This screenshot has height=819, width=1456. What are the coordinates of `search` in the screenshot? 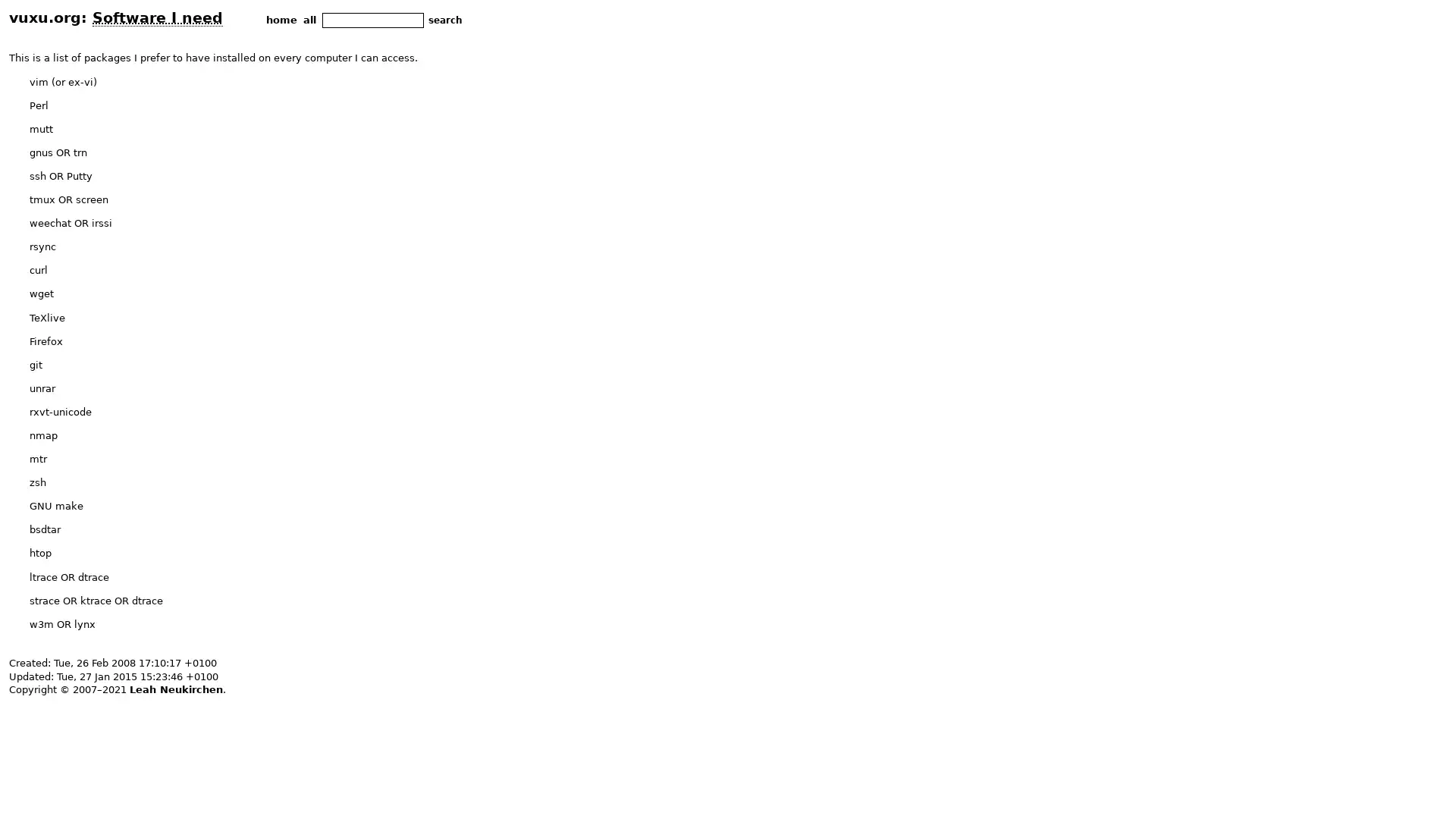 It's located at (444, 20).